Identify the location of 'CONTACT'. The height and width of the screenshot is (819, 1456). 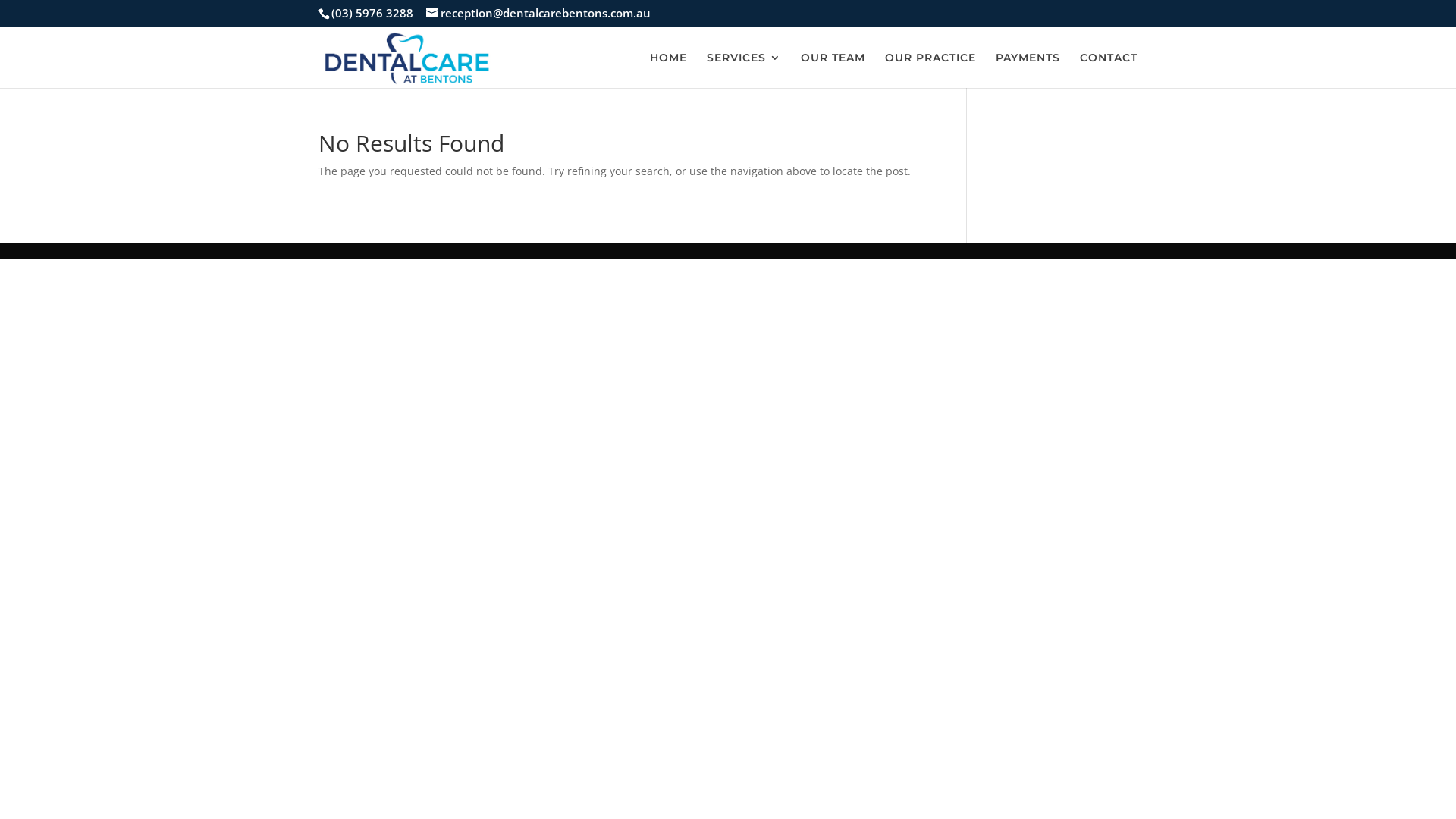
(1109, 70).